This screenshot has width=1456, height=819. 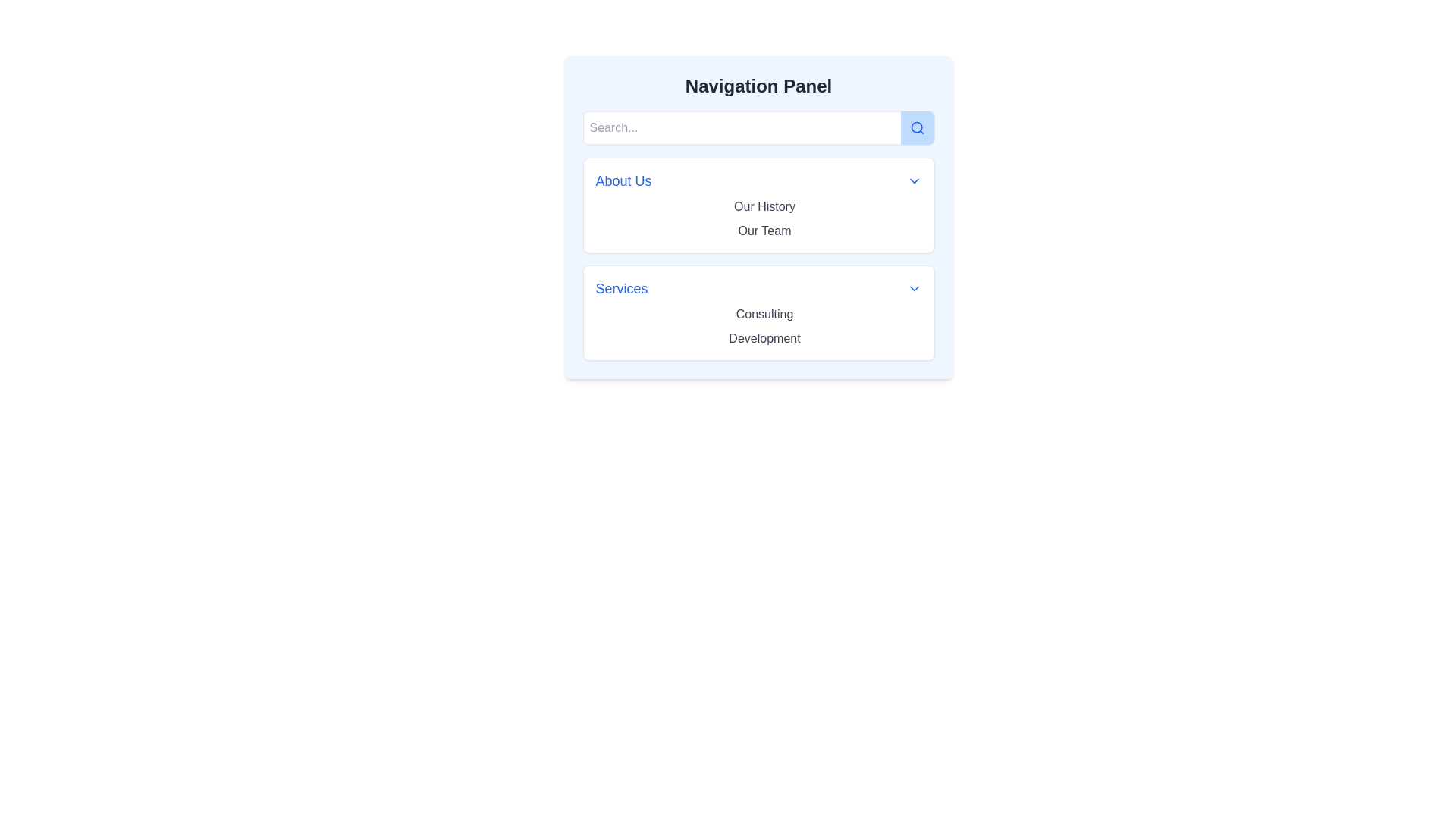 I want to click on the 'Consulting' item in the vertical list of the navigation menu located under the 'Services' header, so click(x=758, y=326).